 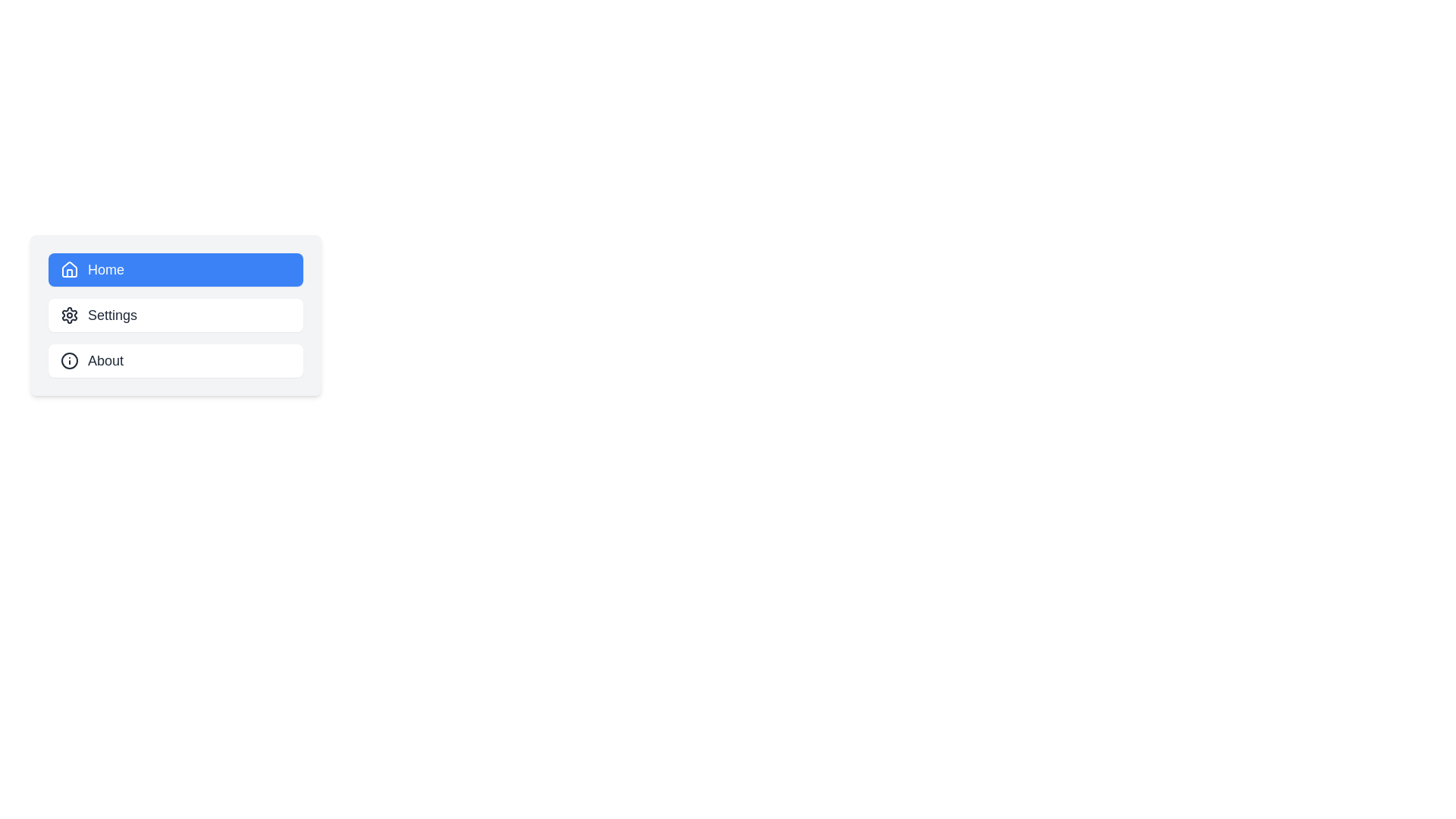 I want to click on the 'About' button, which is the last item in the list of navigation options, to trigger a visual change, so click(x=175, y=360).